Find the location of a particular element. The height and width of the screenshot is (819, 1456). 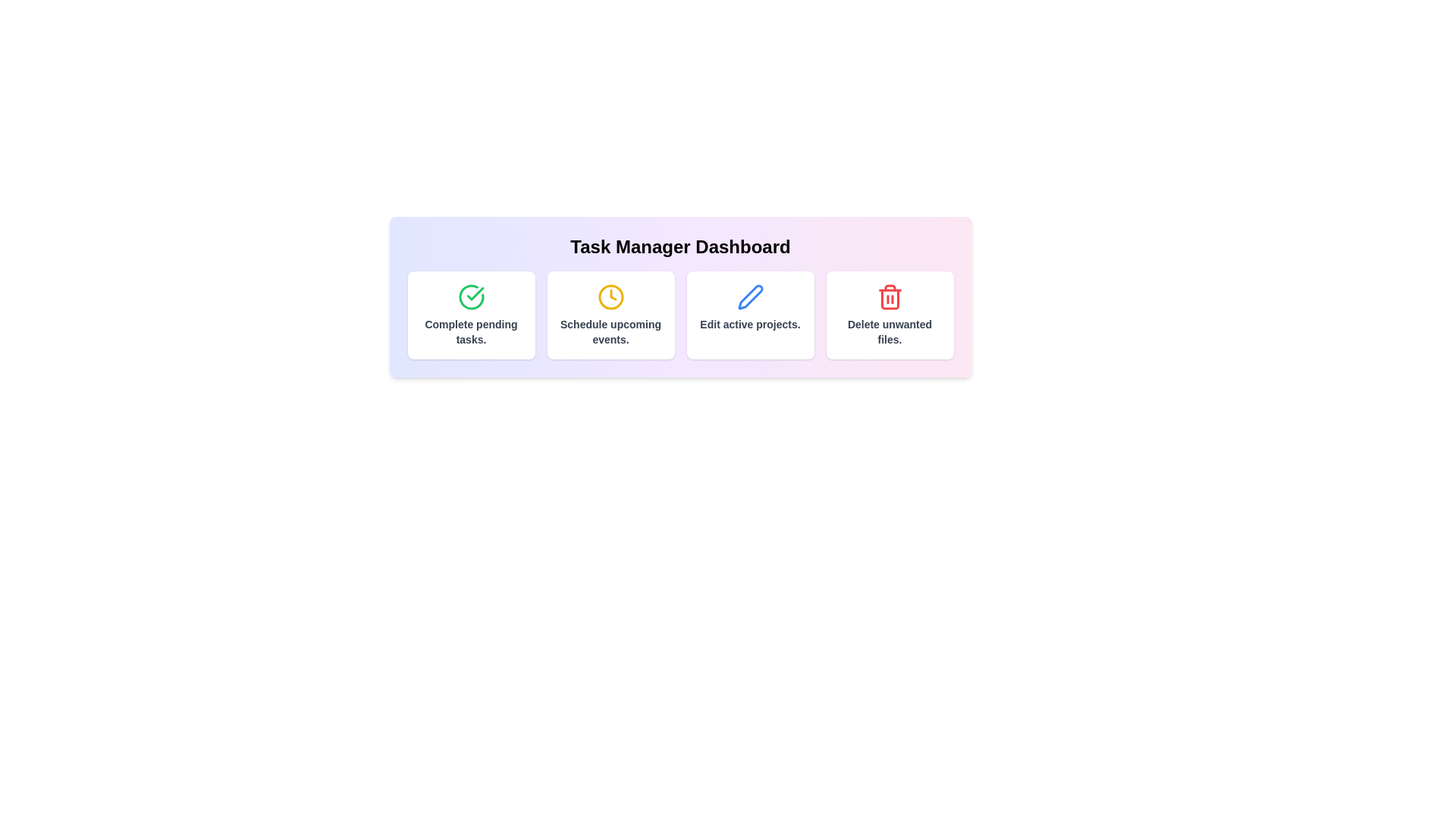

the delete button located at the bottom right corner of the grid of four cards to observe any animations or tooltips is located at coordinates (890, 315).